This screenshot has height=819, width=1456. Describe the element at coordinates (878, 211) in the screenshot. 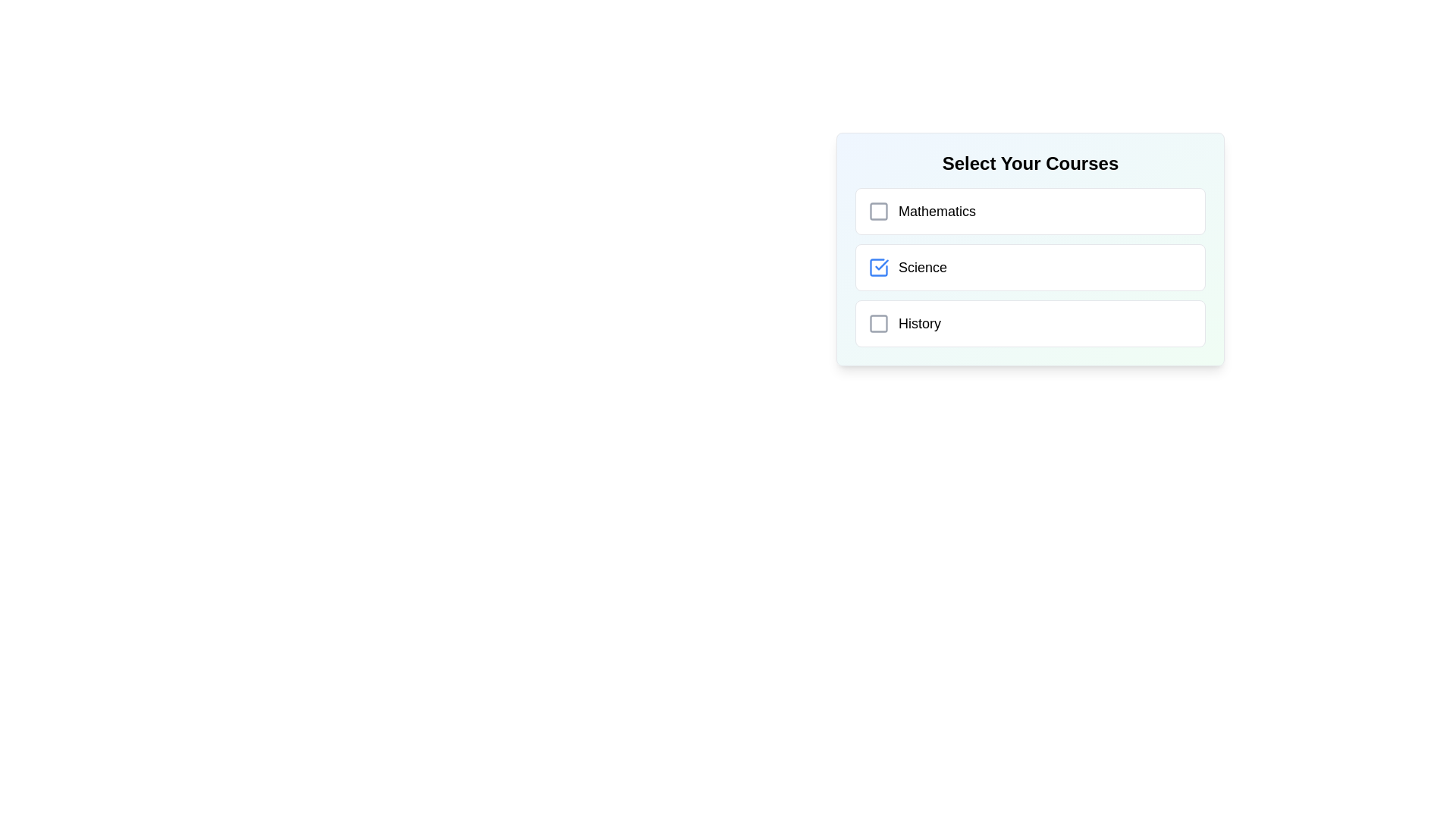

I see `the checkbox for the 'Mathematics' course` at that location.